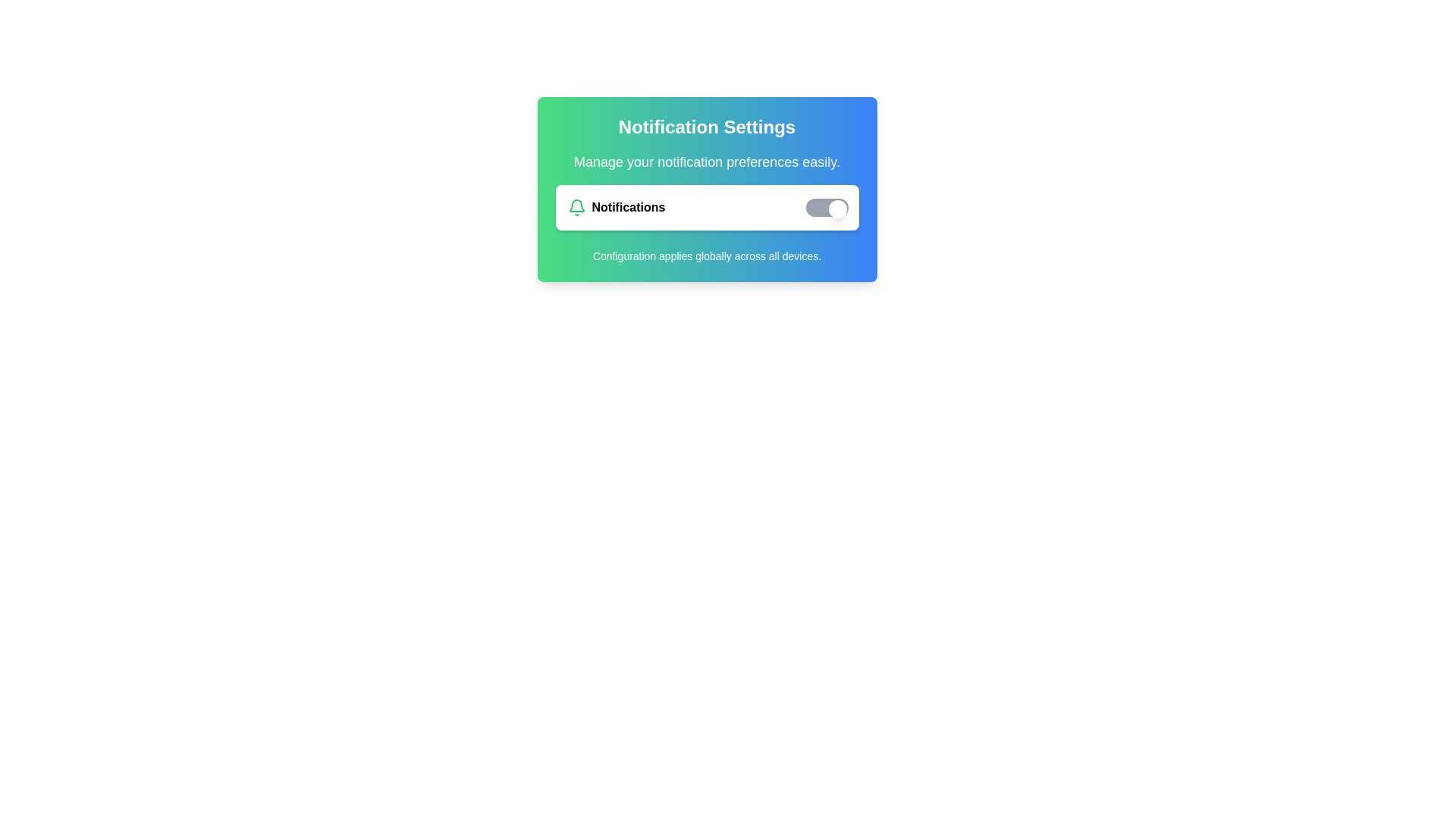  Describe the element at coordinates (824, 207) in the screenshot. I see `the circular knob of the toggle switch located next` at that location.